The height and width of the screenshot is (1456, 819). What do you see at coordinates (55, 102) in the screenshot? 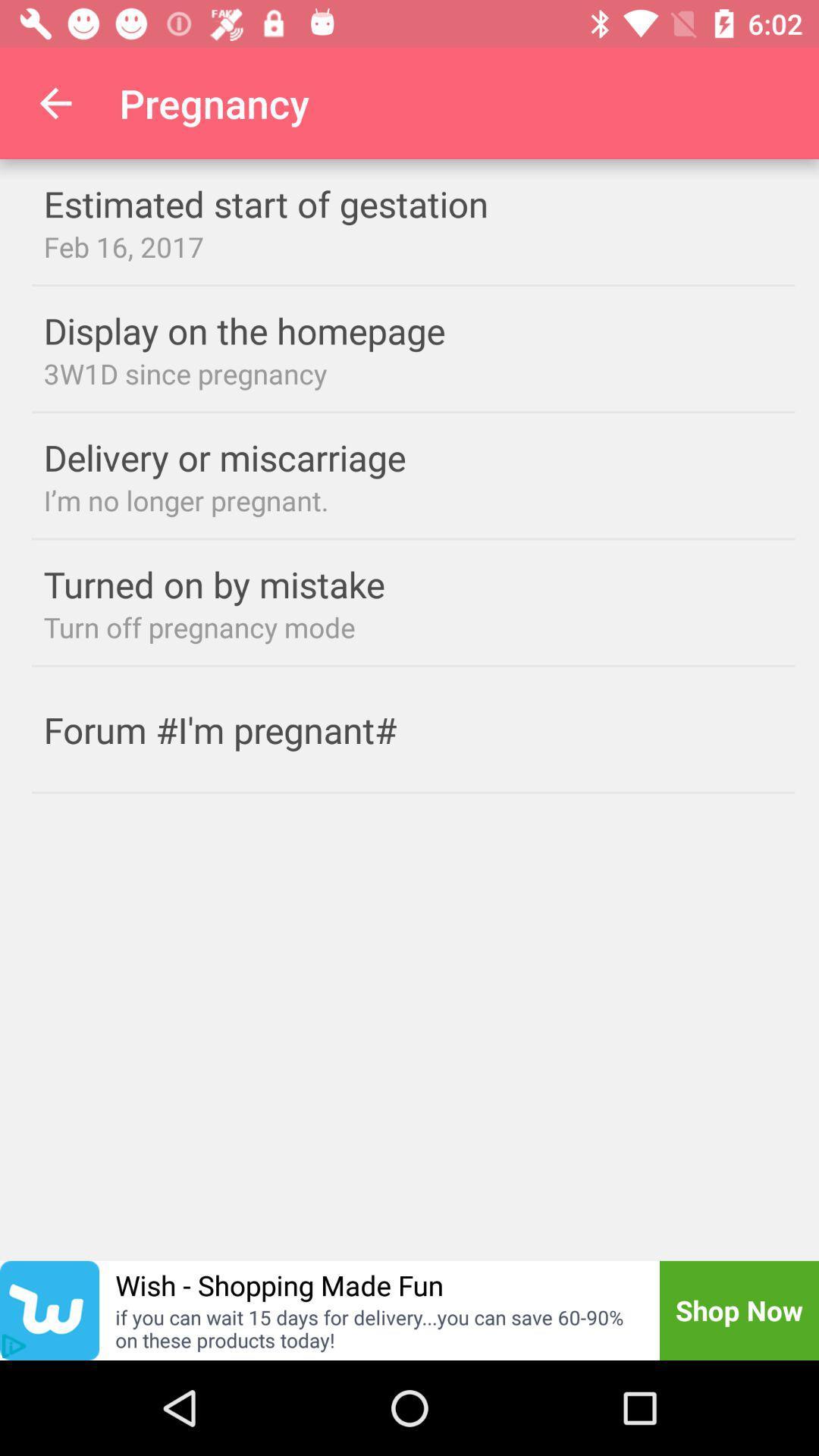
I see `app to the left of the pregnancy app` at bounding box center [55, 102].